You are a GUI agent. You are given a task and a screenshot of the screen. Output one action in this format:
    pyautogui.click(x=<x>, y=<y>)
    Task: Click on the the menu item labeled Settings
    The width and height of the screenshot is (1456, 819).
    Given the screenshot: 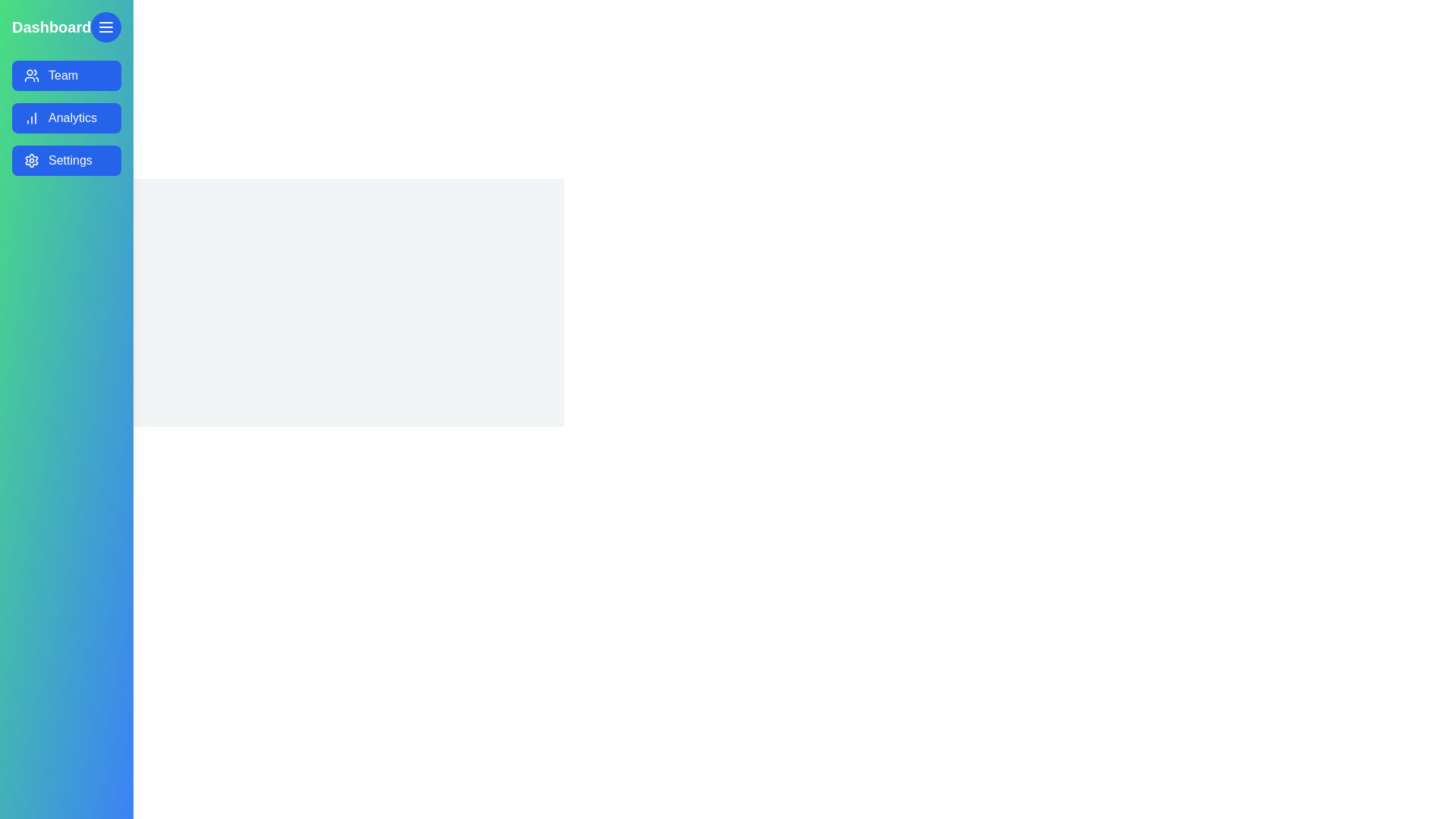 What is the action you would take?
    pyautogui.click(x=66, y=161)
    